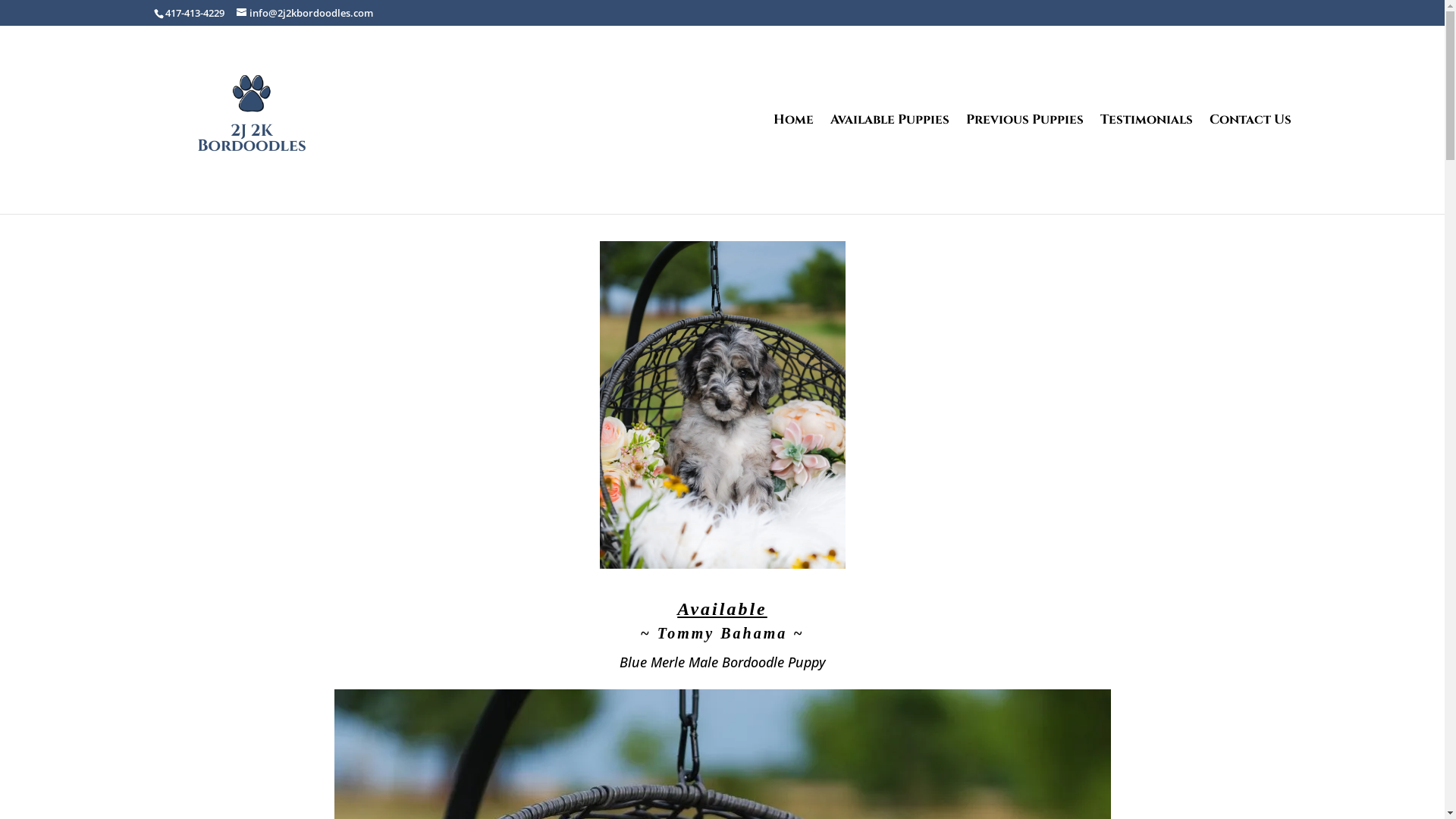  Describe the element at coordinates (1025, 163) in the screenshot. I see `'Previous Puppies'` at that location.